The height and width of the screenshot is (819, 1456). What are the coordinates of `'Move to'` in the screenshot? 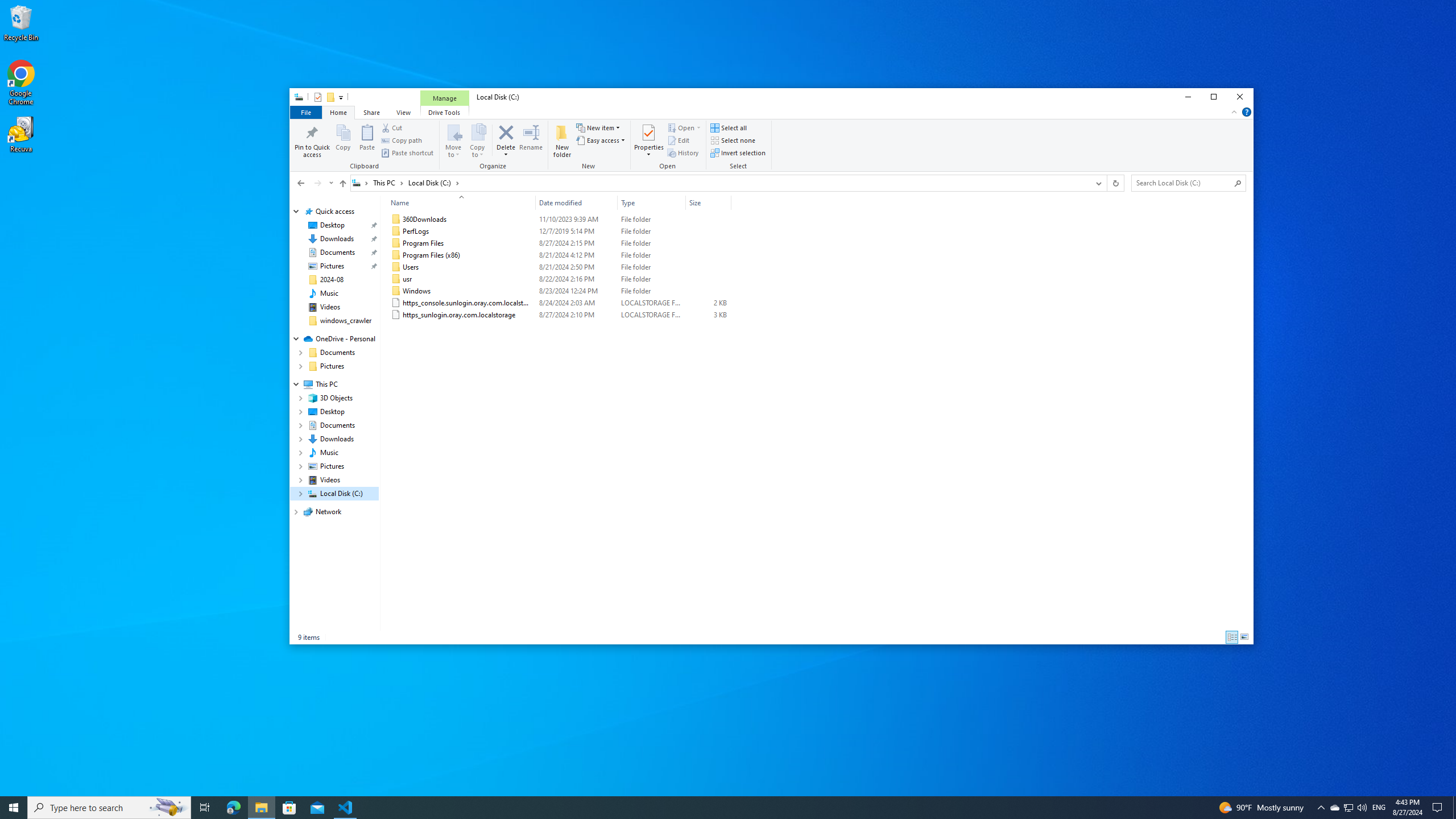 It's located at (454, 139).